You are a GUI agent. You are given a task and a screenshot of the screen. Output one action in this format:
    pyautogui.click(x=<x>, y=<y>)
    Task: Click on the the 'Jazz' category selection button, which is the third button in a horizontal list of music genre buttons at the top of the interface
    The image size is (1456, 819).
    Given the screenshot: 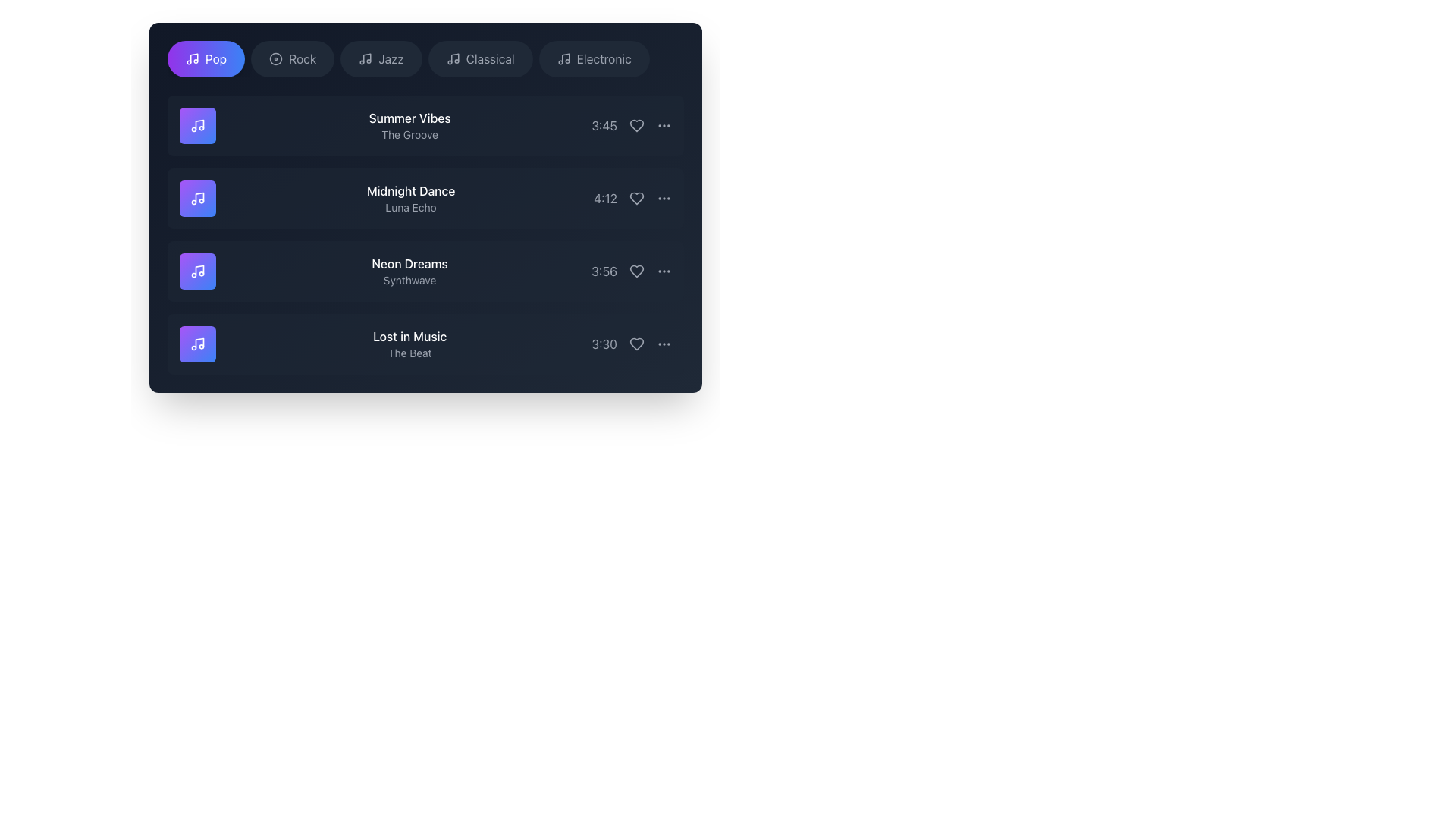 What is the action you would take?
    pyautogui.click(x=381, y=58)
    